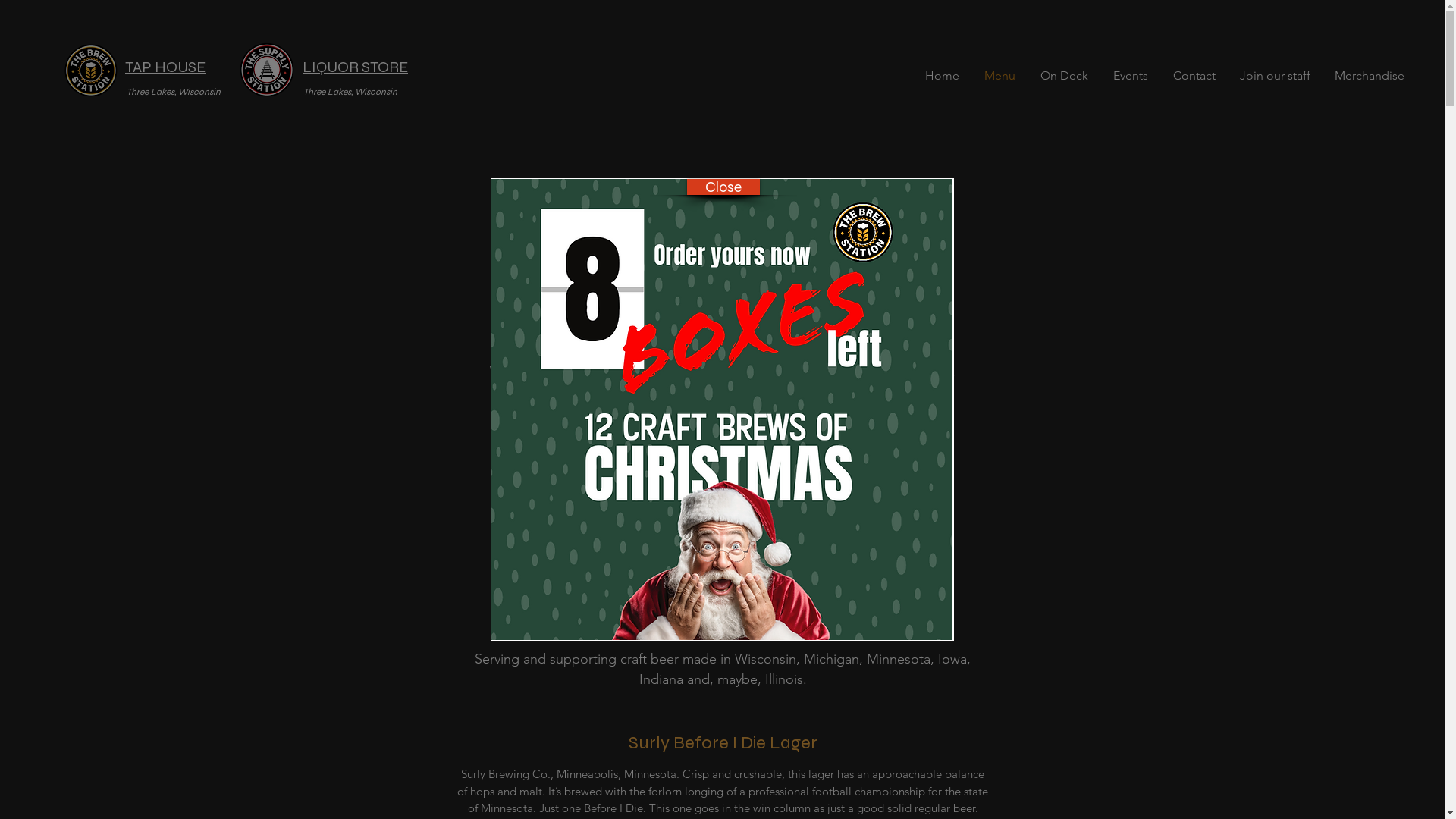  Describe the element at coordinates (999, 76) in the screenshot. I see `'Menu'` at that location.